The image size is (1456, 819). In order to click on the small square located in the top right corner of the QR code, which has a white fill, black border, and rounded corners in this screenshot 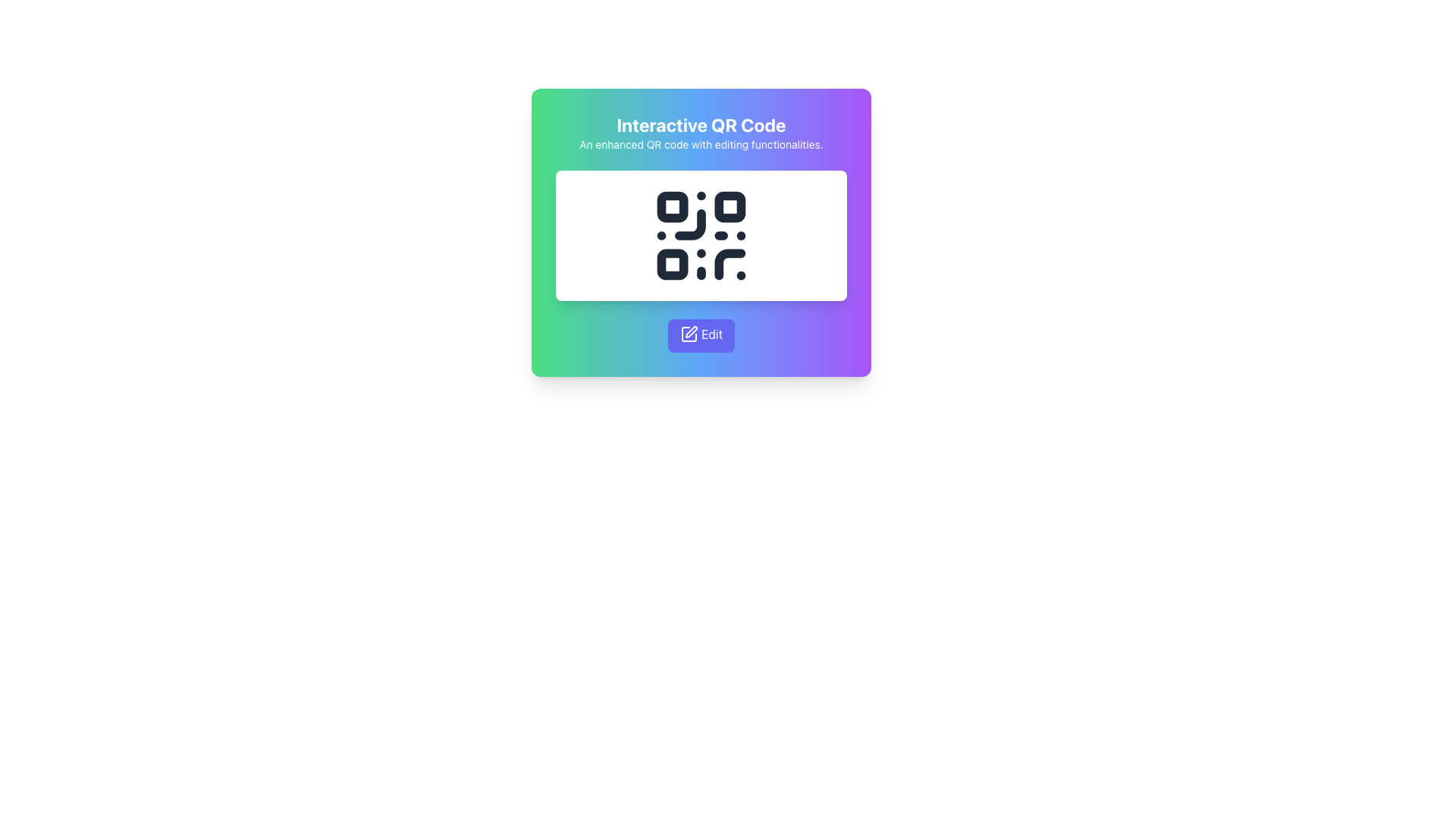, I will do `click(730, 207)`.